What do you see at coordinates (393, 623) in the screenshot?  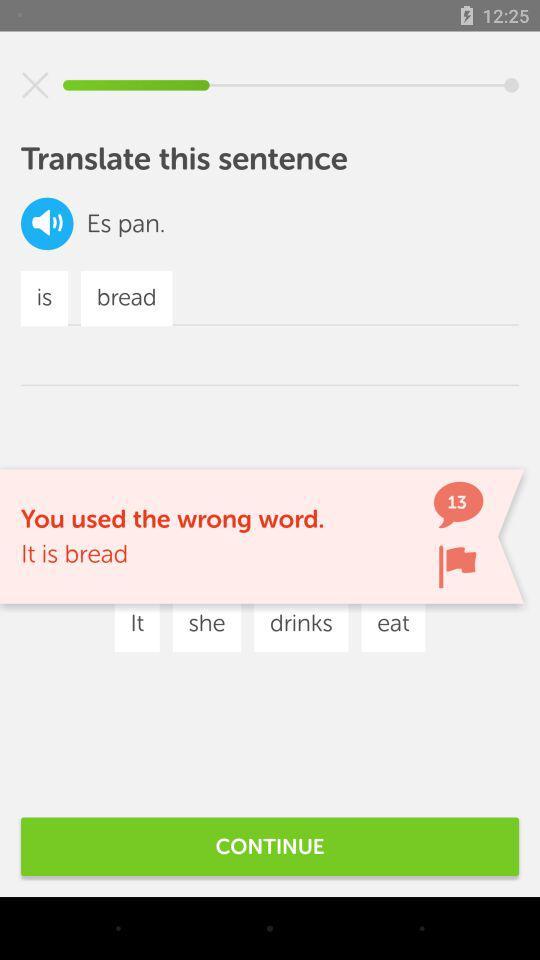 I see `icon to the right of the drinks` at bounding box center [393, 623].